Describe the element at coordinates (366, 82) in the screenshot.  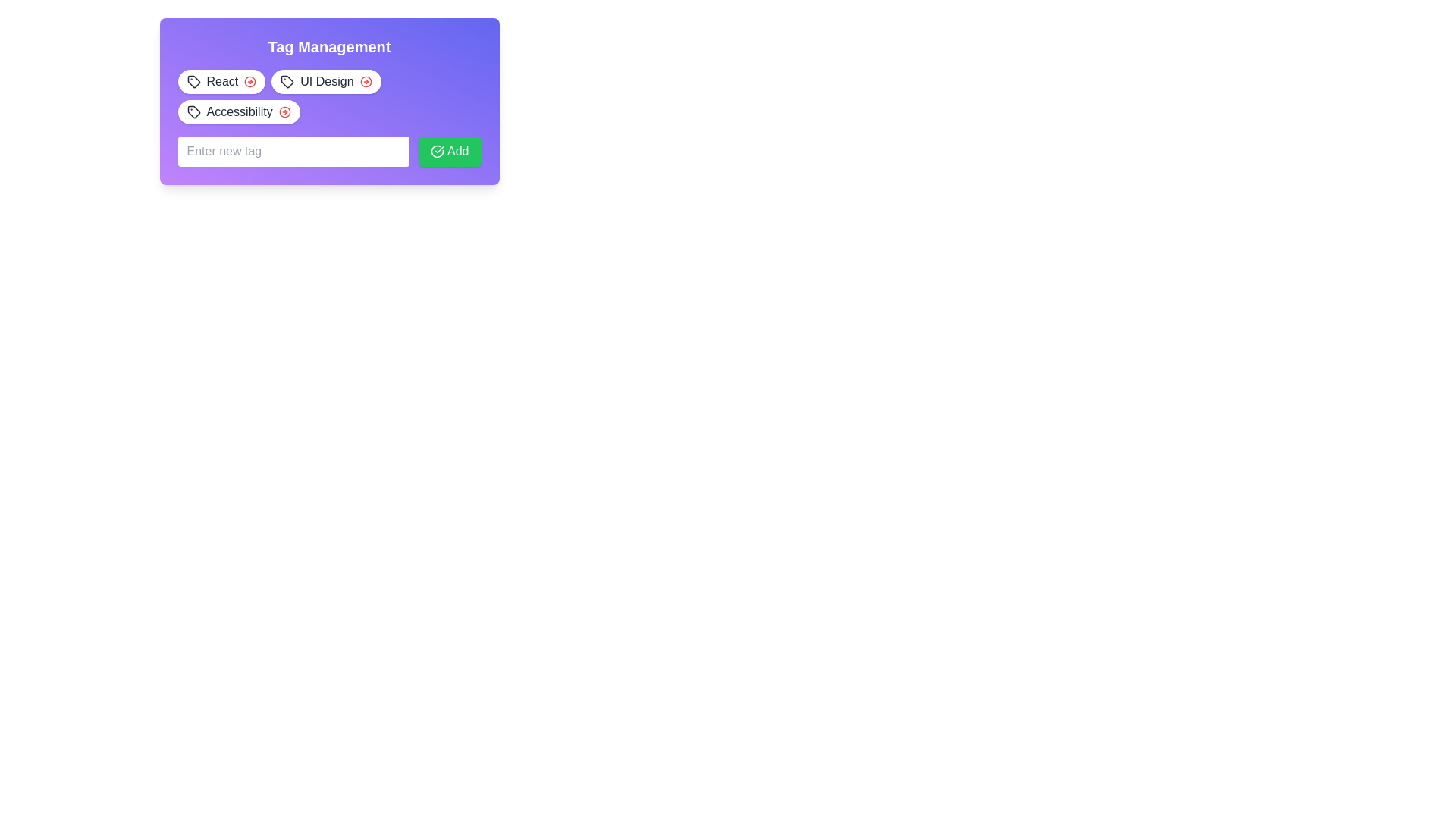
I see `the SVG circle element that serves as the background or outline for an icon, located within an SVG group to the right side of the 'Tag Management' header` at that location.